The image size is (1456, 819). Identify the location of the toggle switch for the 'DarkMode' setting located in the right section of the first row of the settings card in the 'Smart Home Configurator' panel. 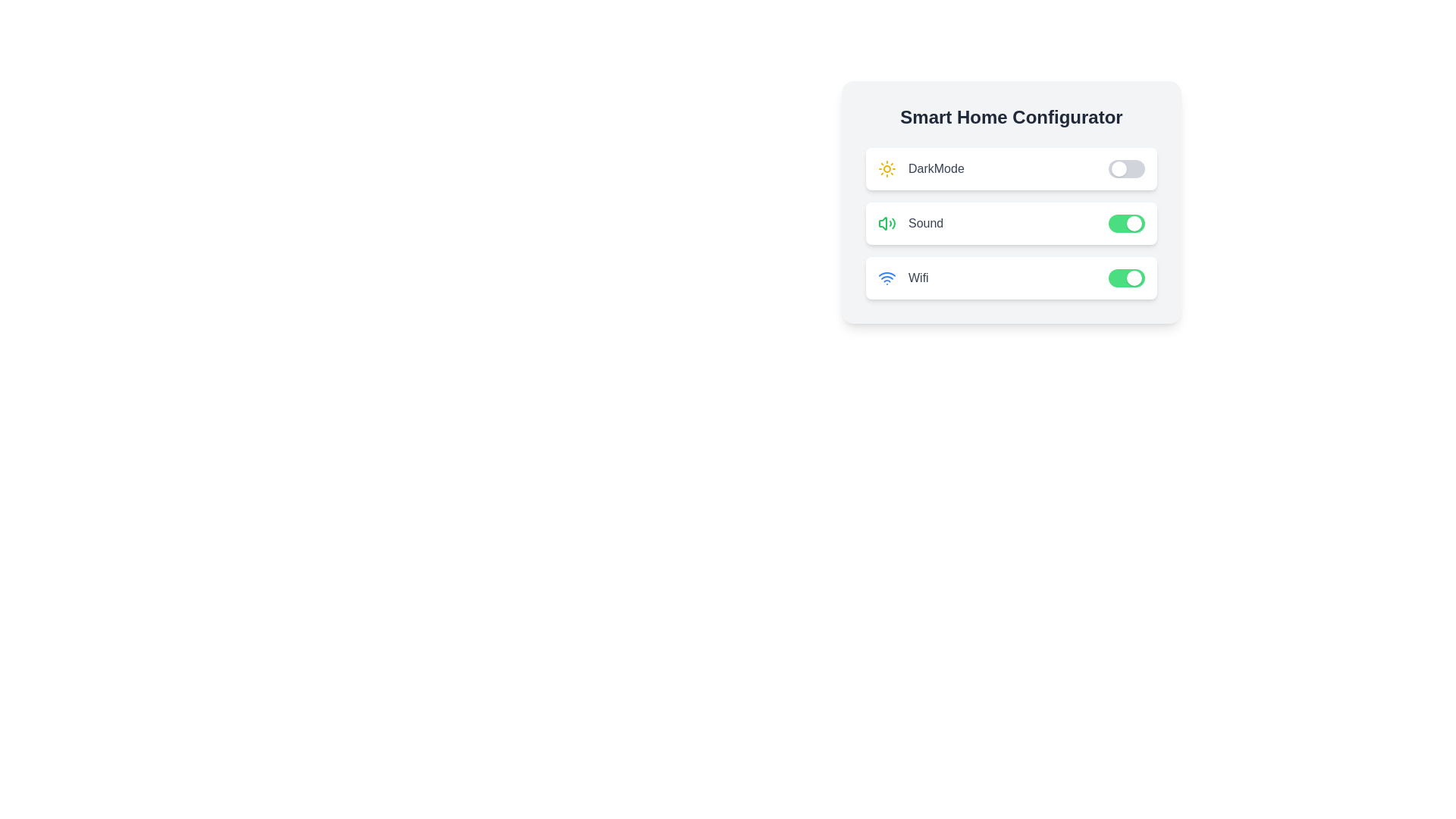
(1127, 169).